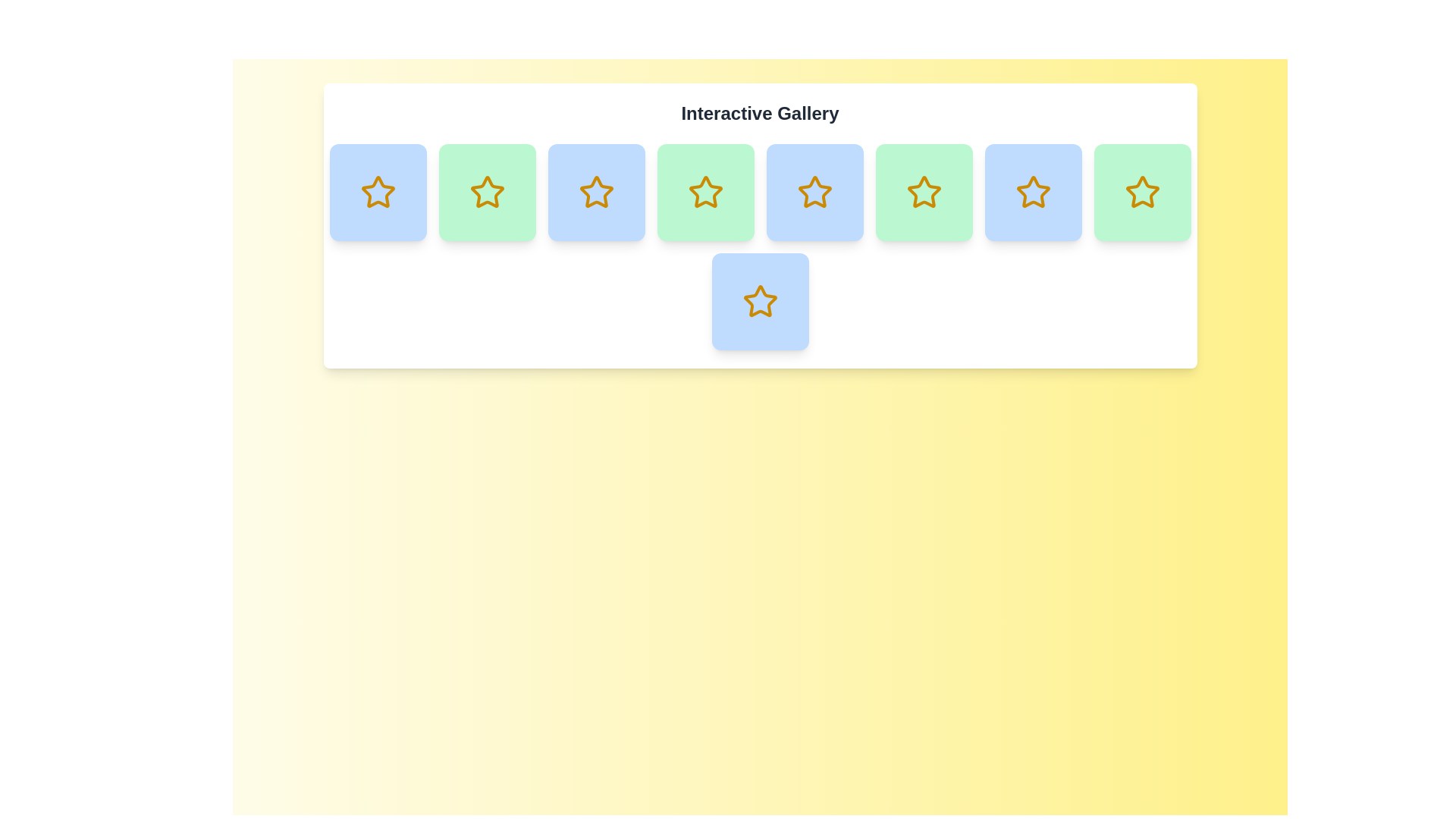  Describe the element at coordinates (923, 192) in the screenshot. I see `the sixth button from the left in the top row of buttons, which is likely used for favoriting or highlighting` at that location.